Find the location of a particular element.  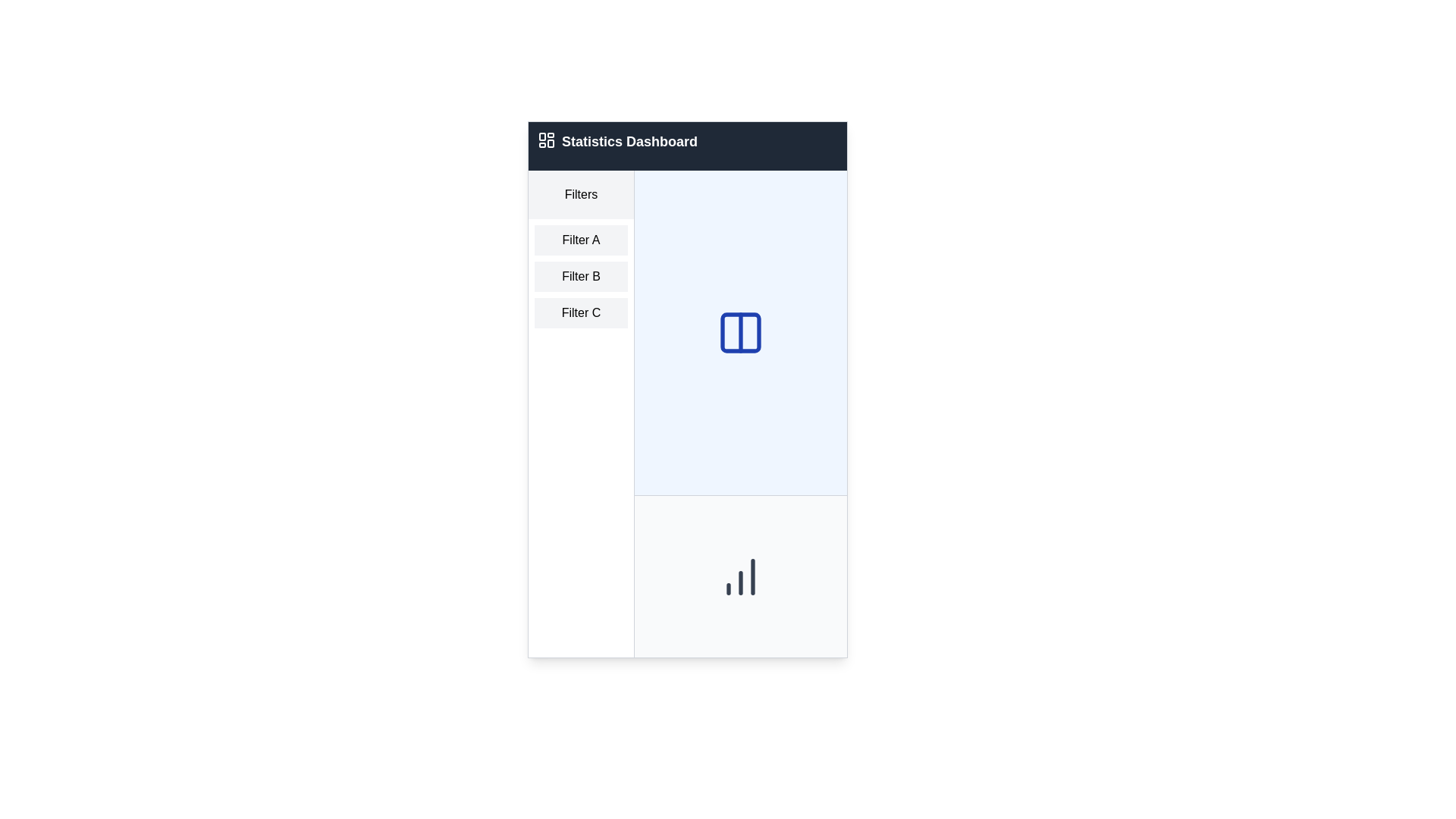

the Header bar with the title 'Statistics Dashboard' and an icon resembling a dashboard layout, which is styled with a dark gray background and white text is located at coordinates (687, 146).